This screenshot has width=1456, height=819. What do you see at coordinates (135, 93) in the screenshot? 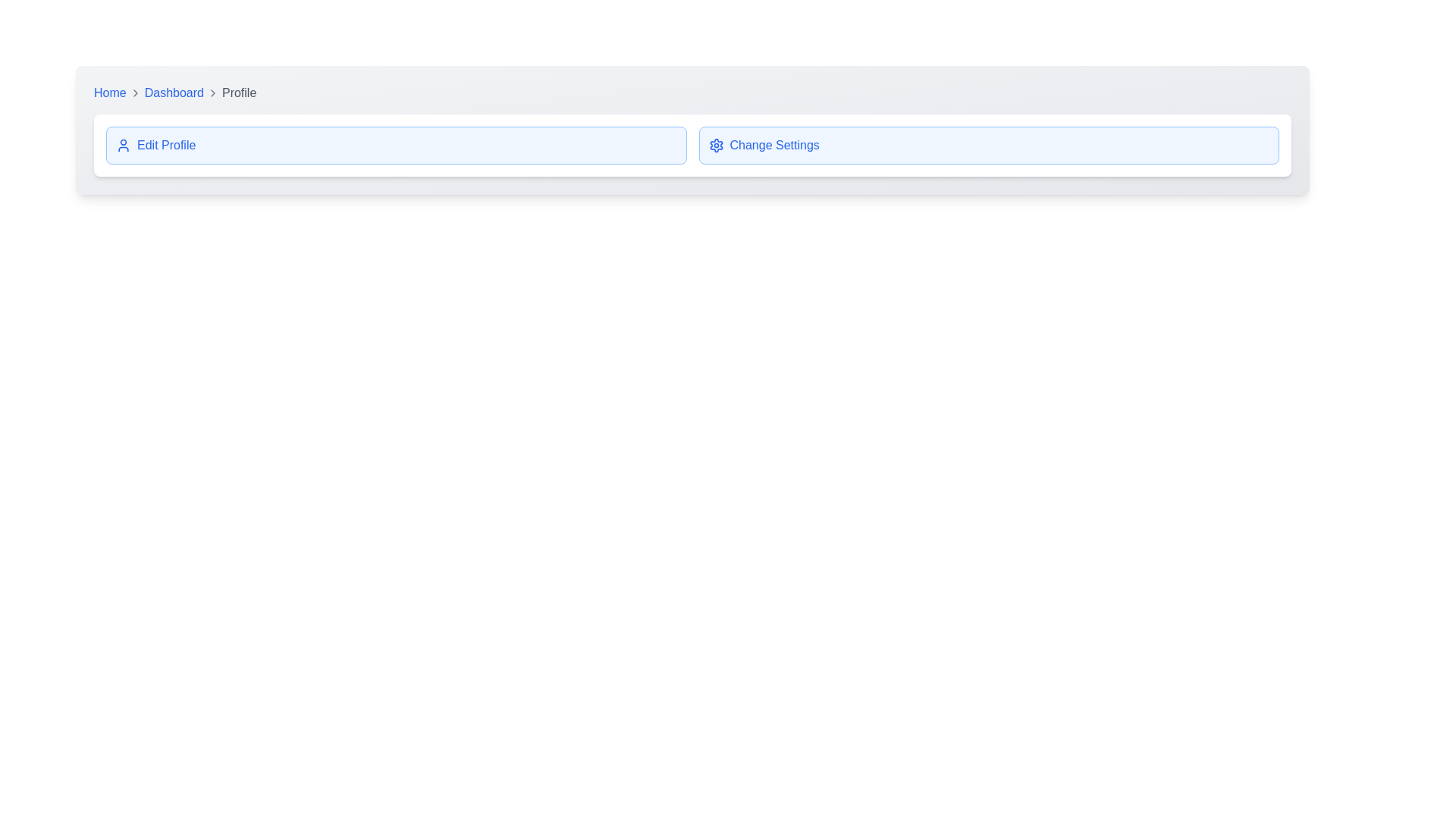
I see `the rightward-pointing chevron icon, which is light gray and located between the 'Home' link and other breadcrumb elements` at bounding box center [135, 93].